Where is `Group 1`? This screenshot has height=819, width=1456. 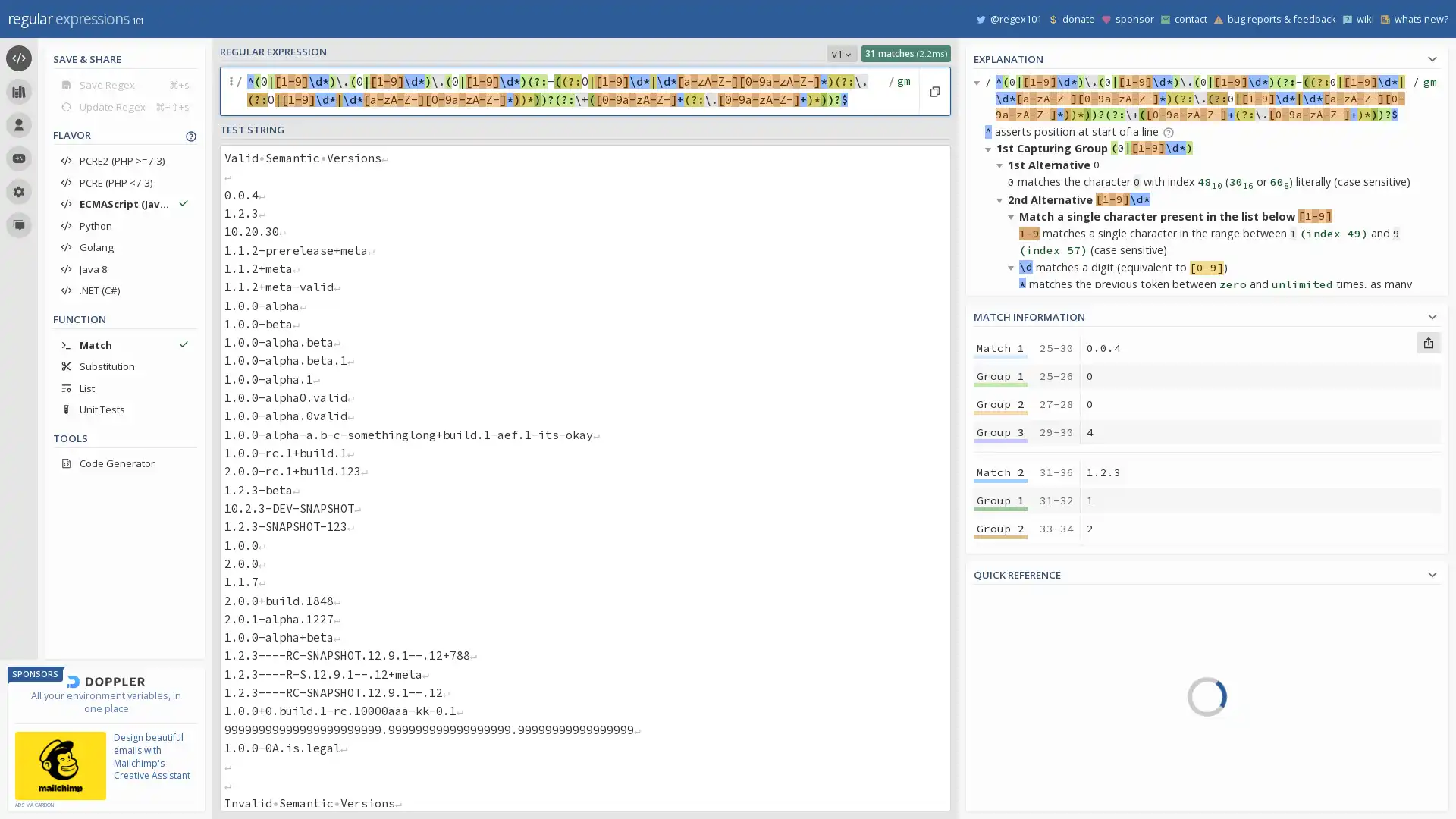
Group 1 is located at coordinates (1000, 375).